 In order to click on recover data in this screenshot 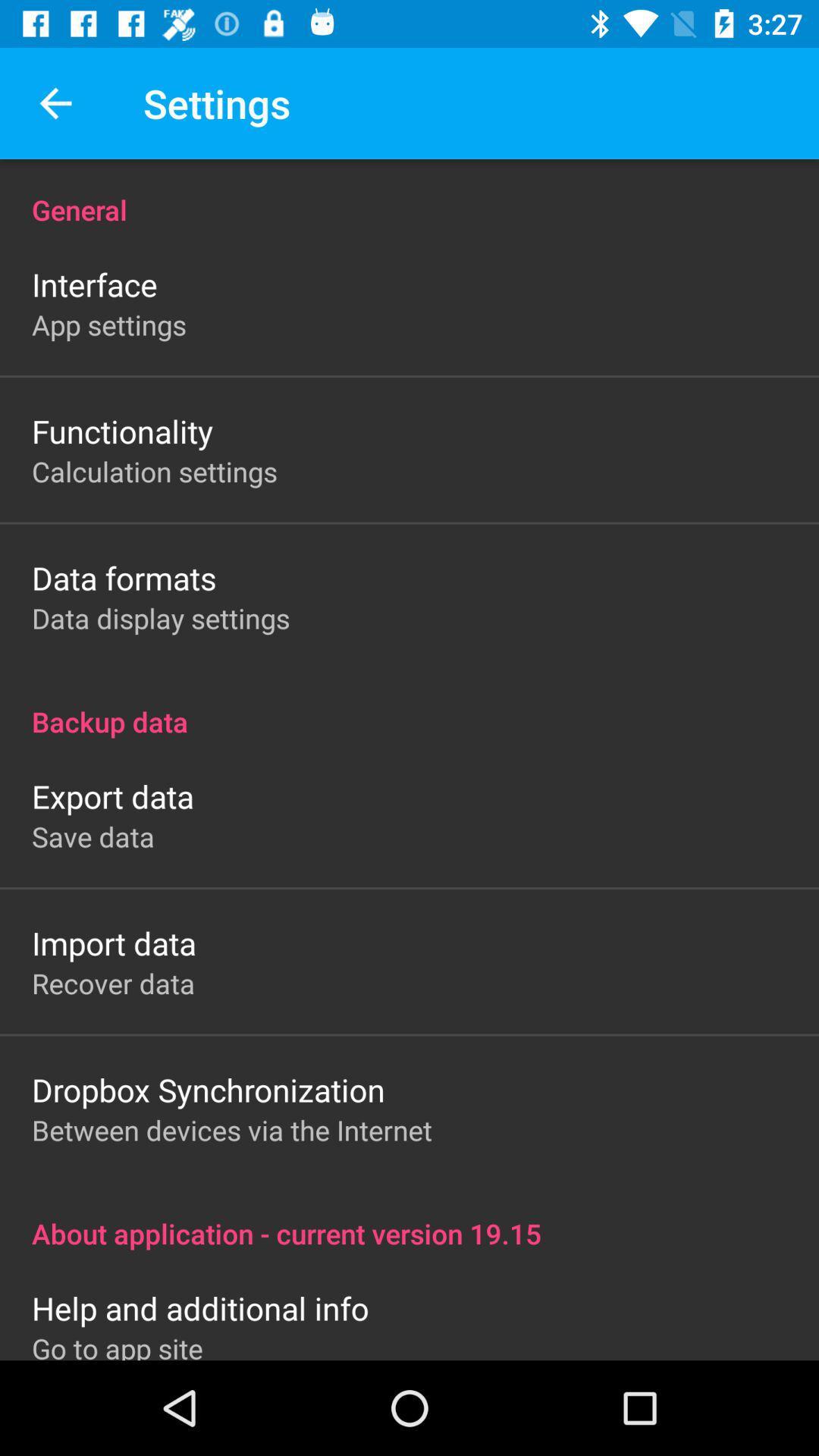, I will do `click(112, 983)`.